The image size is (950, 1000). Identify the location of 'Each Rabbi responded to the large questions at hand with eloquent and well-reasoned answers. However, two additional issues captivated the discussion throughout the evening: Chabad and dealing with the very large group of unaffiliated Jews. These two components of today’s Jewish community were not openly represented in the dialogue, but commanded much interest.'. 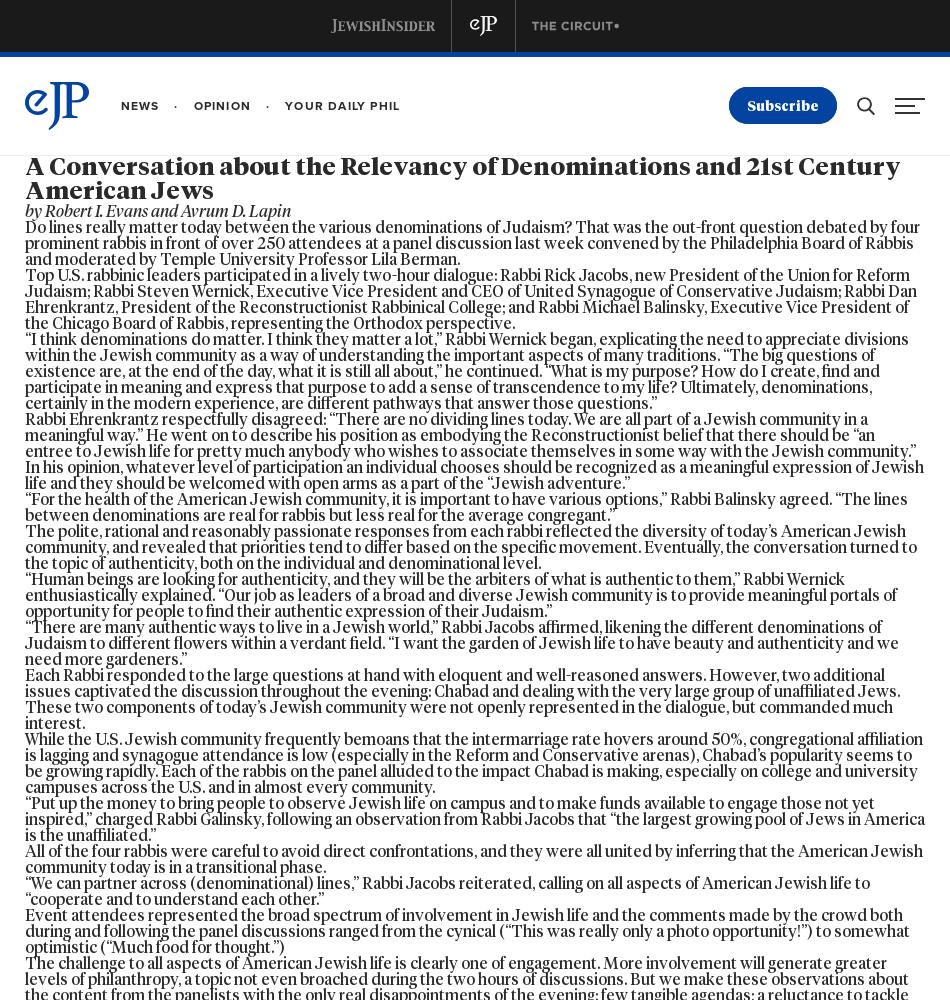
(461, 698).